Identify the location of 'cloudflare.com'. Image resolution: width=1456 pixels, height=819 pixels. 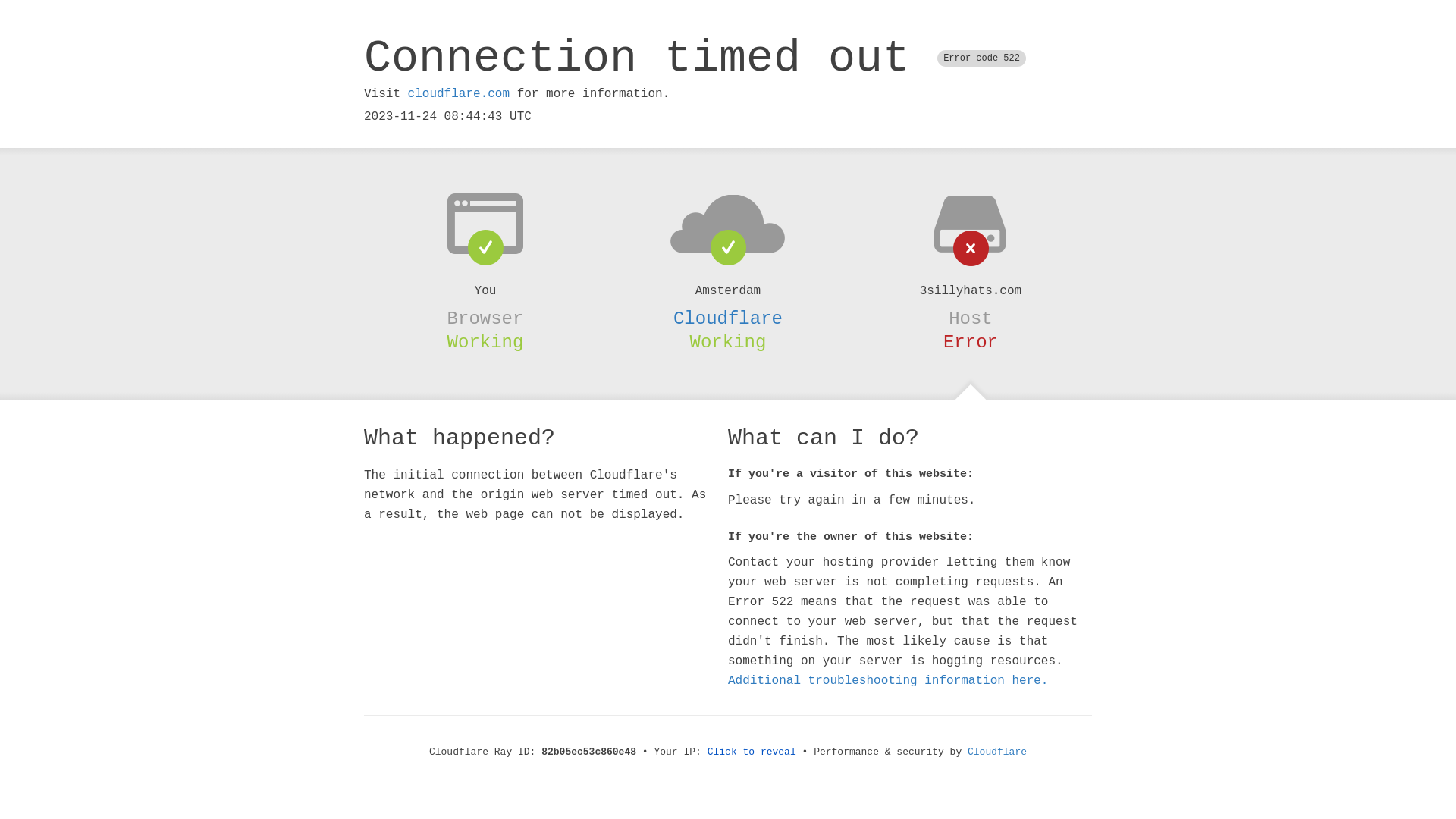
(457, 93).